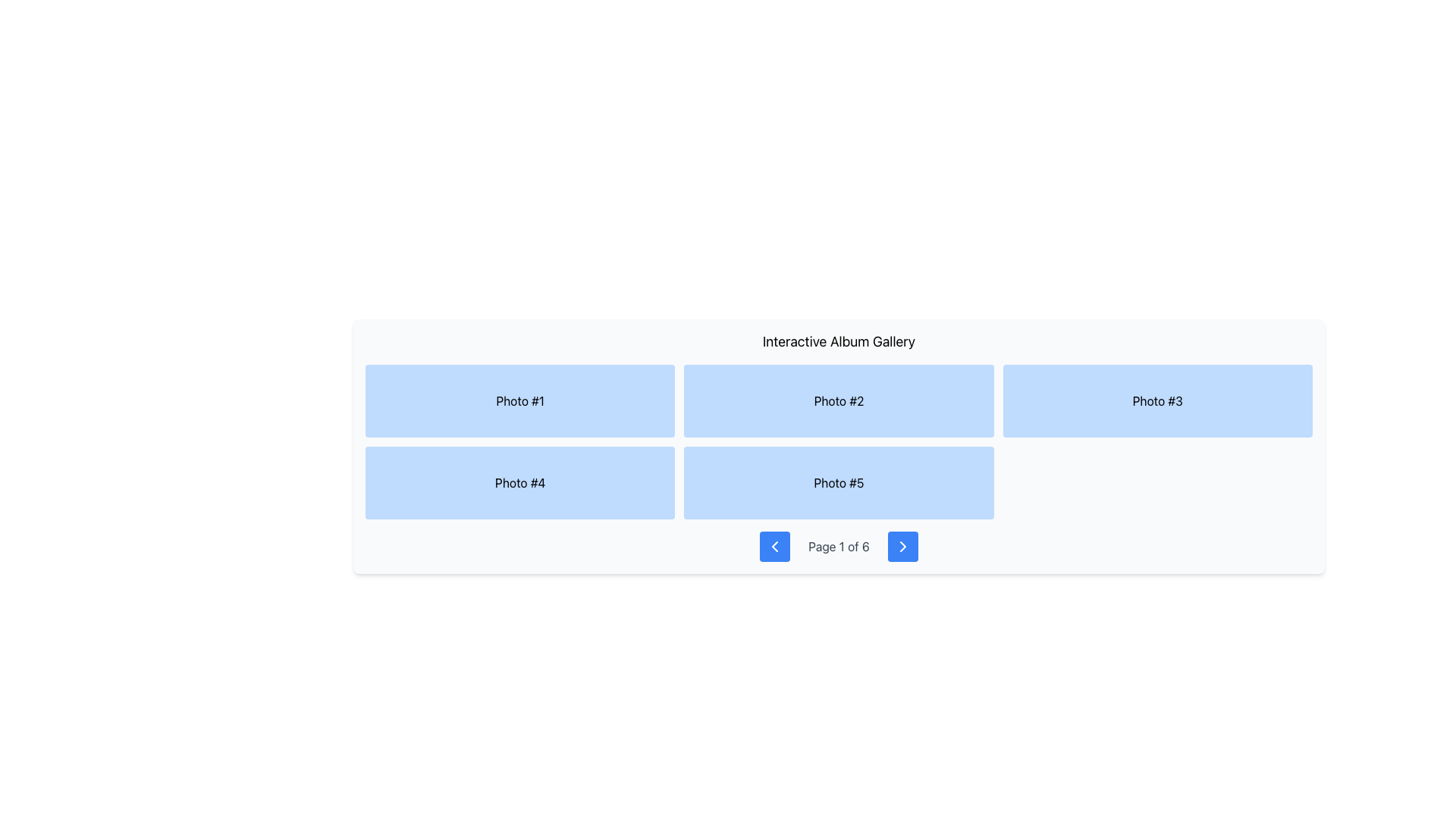 This screenshot has width=1456, height=819. What do you see at coordinates (902, 547) in the screenshot?
I see `the button containing the rightward chevron SVG icon` at bounding box center [902, 547].